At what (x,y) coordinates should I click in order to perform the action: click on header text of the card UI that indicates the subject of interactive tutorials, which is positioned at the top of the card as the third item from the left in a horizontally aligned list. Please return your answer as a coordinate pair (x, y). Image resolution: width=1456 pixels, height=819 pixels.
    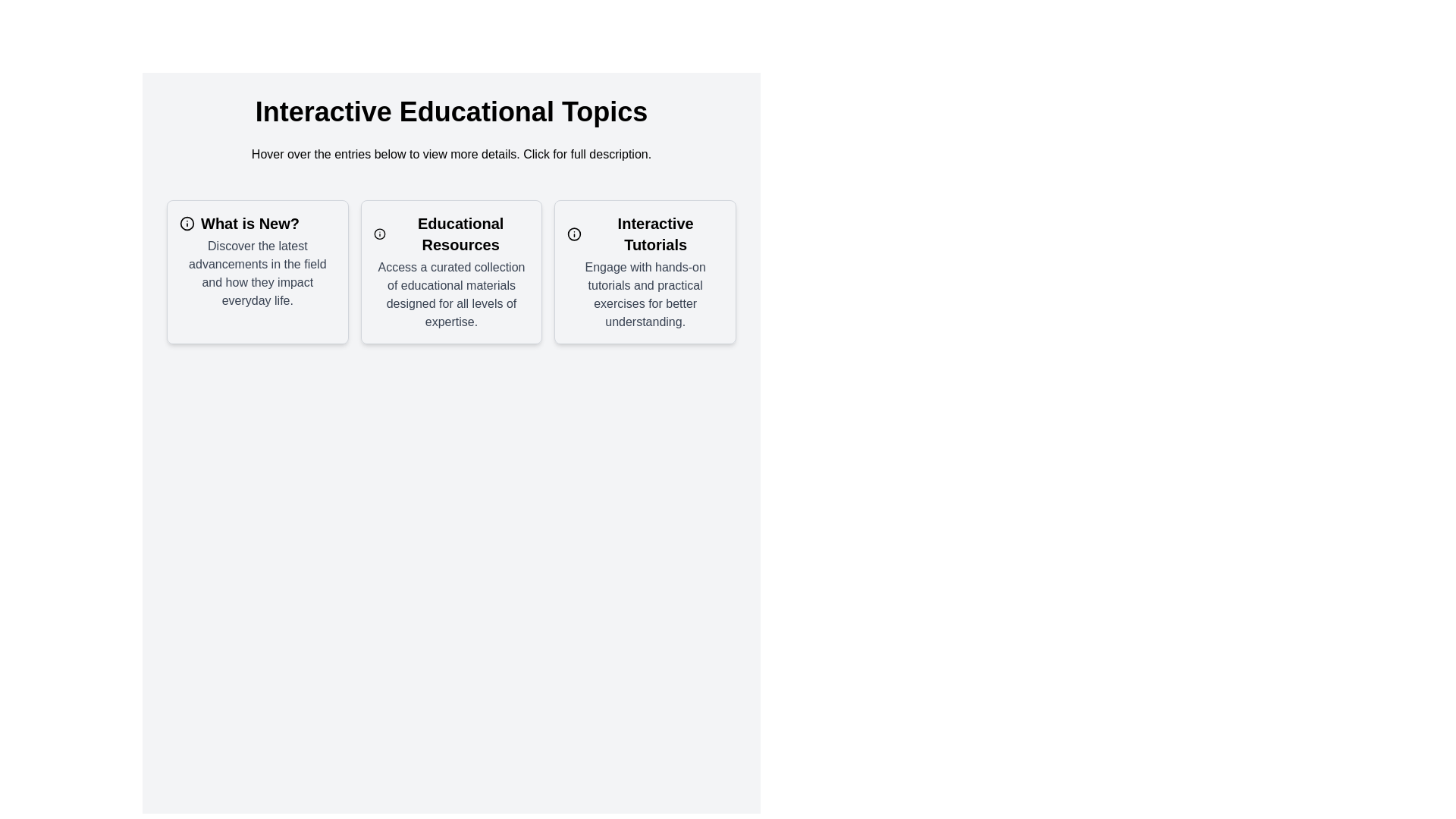
    Looking at the image, I should click on (645, 234).